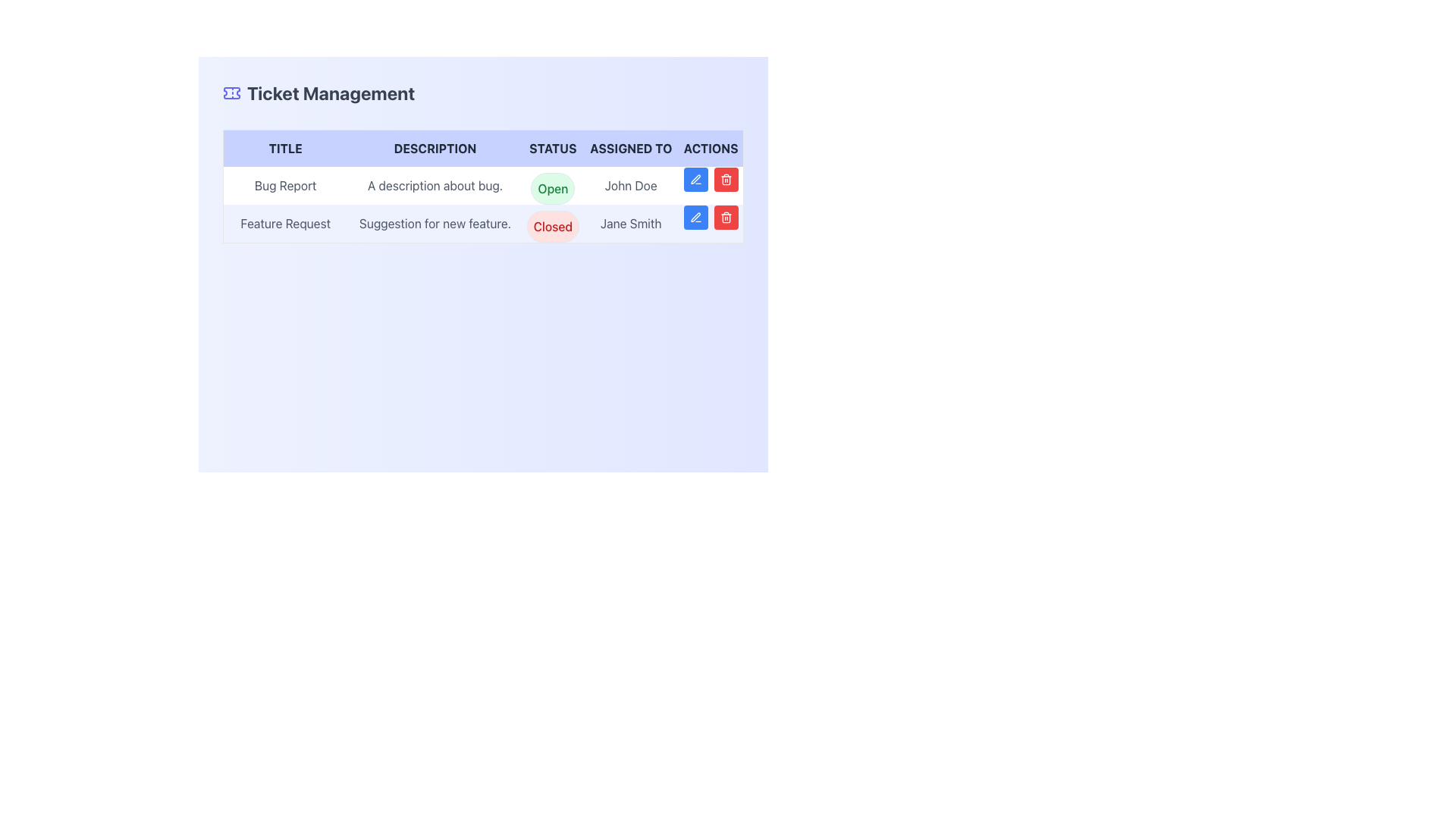 This screenshot has width=1456, height=819. What do you see at coordinates (231, 93) in the screenshot?
I see `the indigo ticket-shaped icon located at the left side of the 'Ticket Management' header section` at bounding box center [231, 93].